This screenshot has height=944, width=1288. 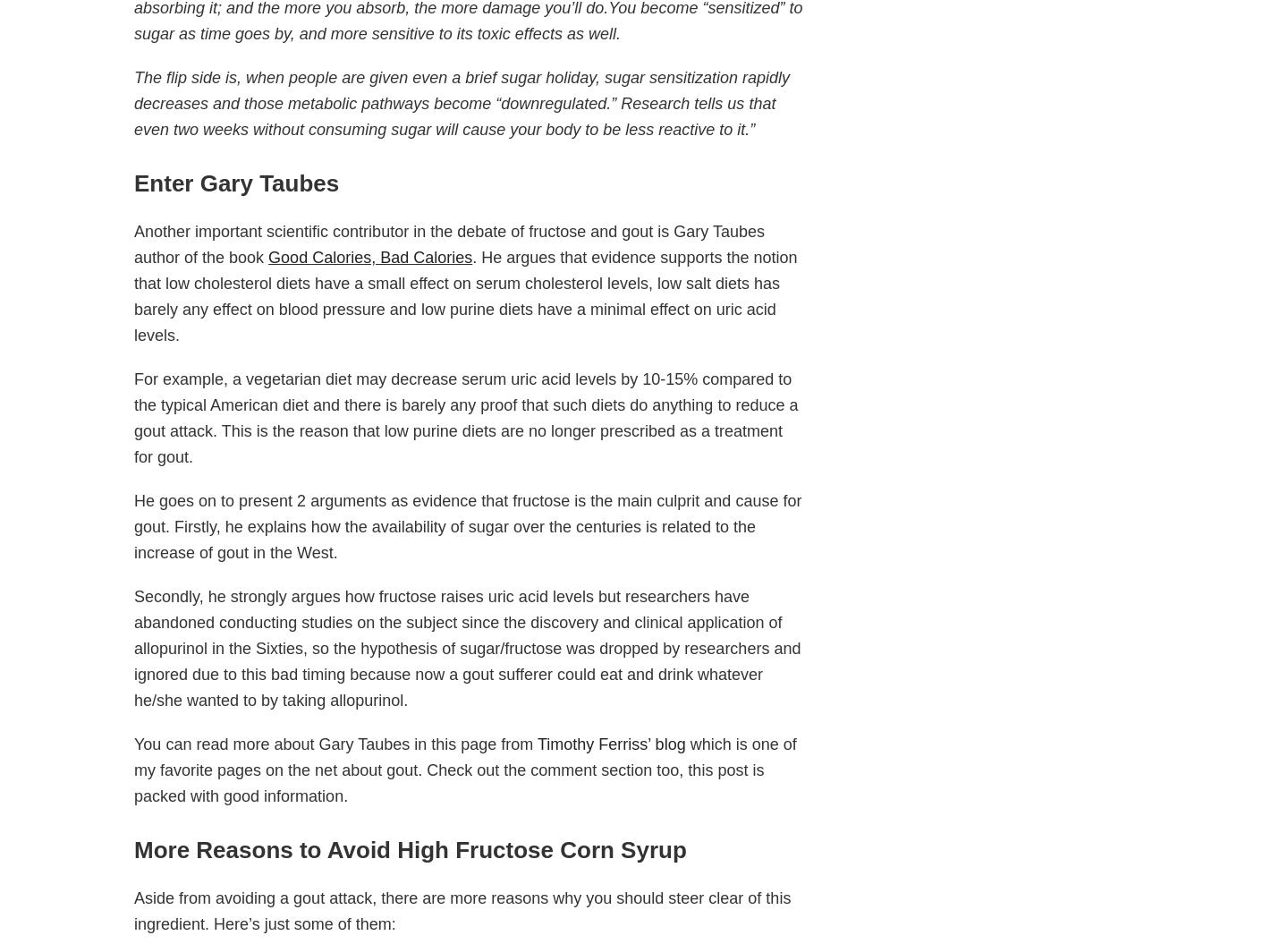 What do you see at coordinates (369, 258) in the screenshot?
I see `'Good Calories, Bad Calories'` at bounding box center [369, 258].